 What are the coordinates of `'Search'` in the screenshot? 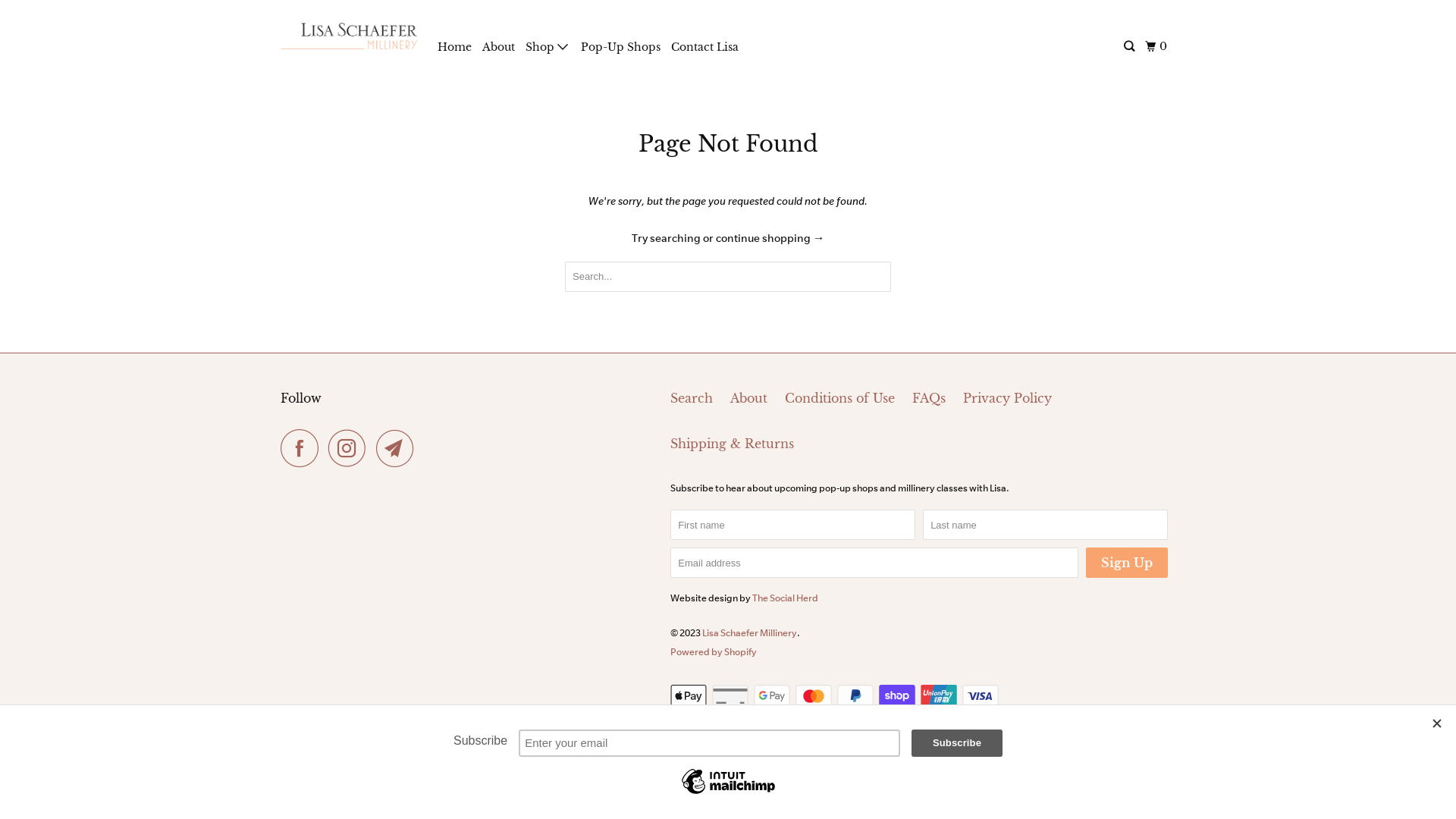 It's located at (691, 397).